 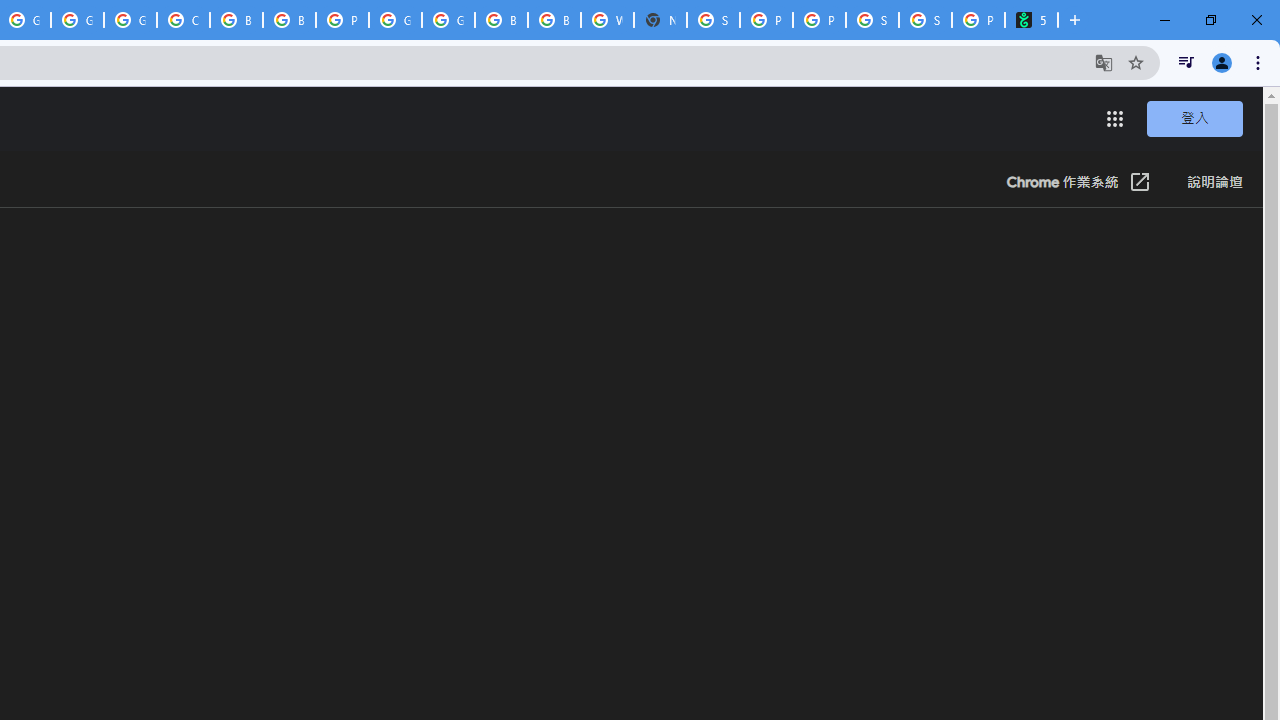 I want to click on 'Translate this page', so click(x=1103, y=61).